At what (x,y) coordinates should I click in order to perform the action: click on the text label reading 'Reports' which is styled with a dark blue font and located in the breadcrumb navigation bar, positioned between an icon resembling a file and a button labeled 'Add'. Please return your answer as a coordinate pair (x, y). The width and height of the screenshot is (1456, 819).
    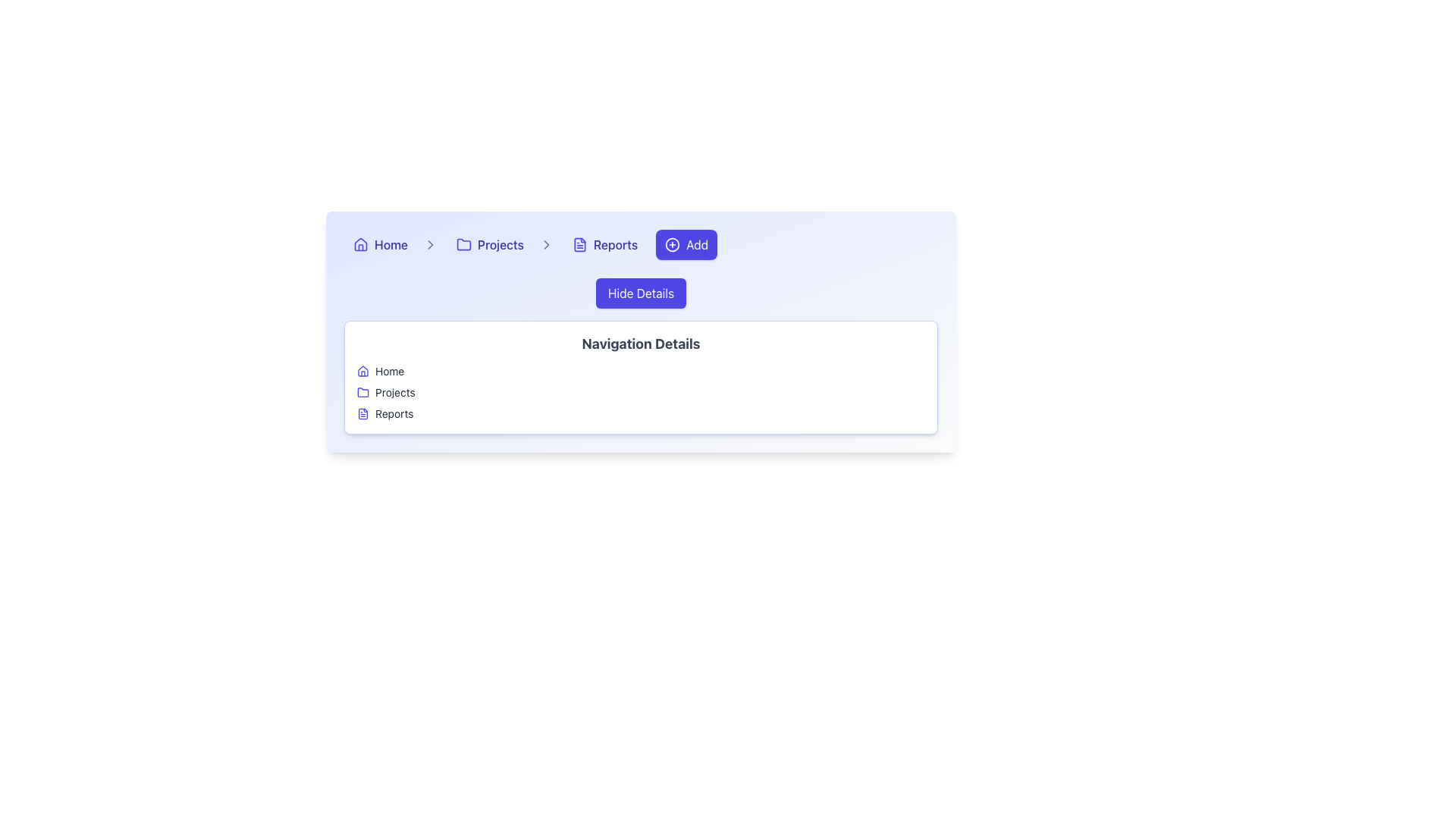
    Looking at the image, I should click on (615, 244).